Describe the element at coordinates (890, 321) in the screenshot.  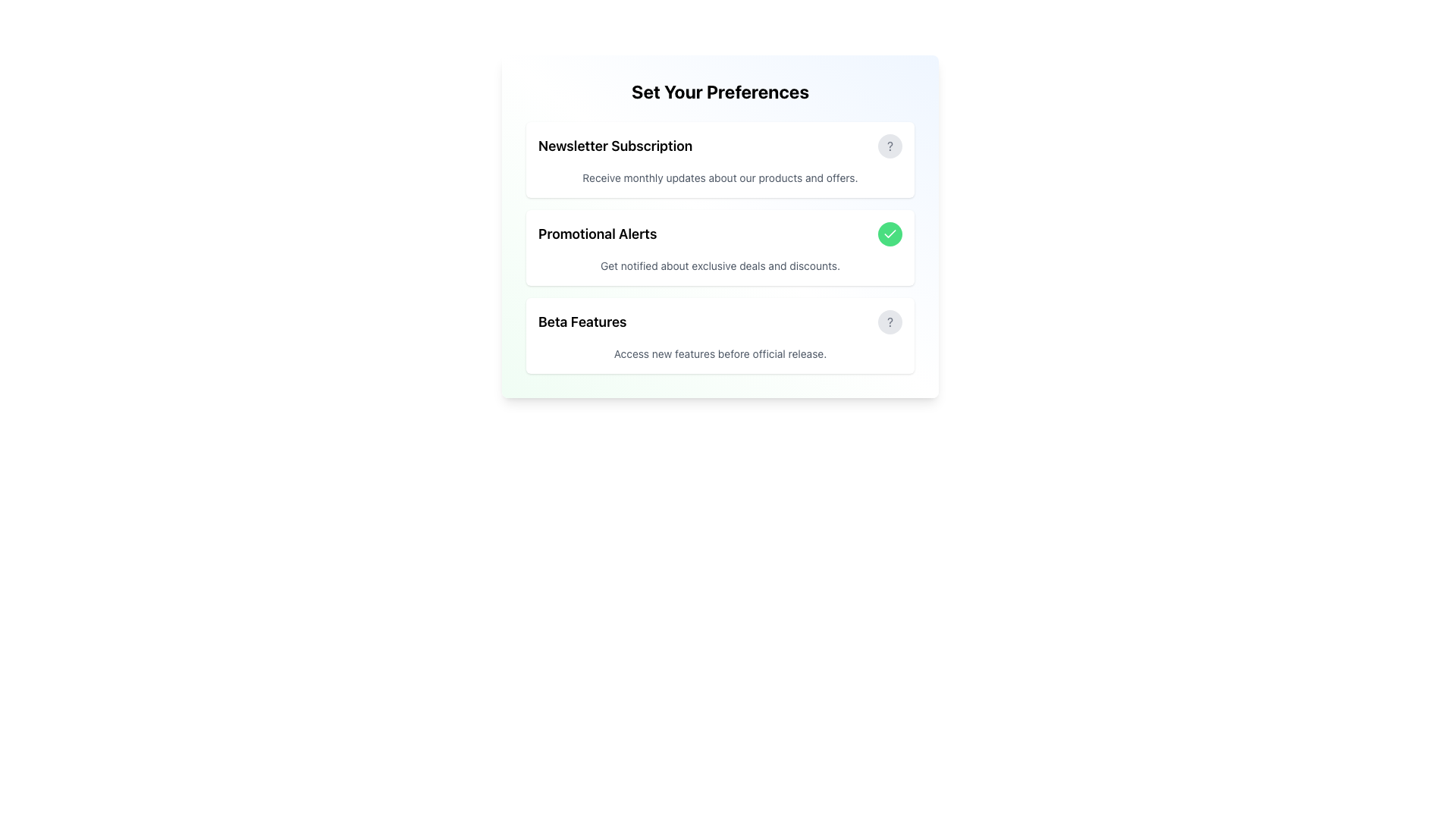
I see `the circular help button with a '?' icon located in the lower-right corner of the 'Beta Features' section` at that location.